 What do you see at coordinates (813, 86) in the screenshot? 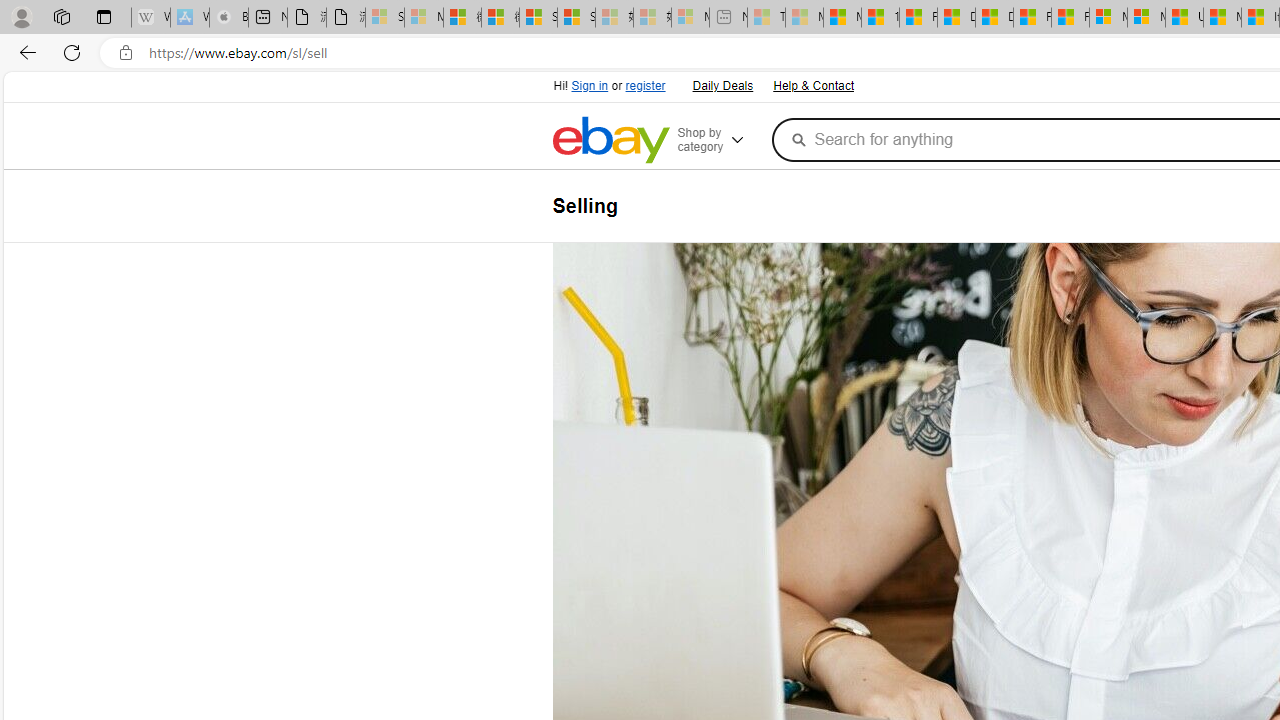
I see `'Help & Contact'` at bounding box center [813, 86].